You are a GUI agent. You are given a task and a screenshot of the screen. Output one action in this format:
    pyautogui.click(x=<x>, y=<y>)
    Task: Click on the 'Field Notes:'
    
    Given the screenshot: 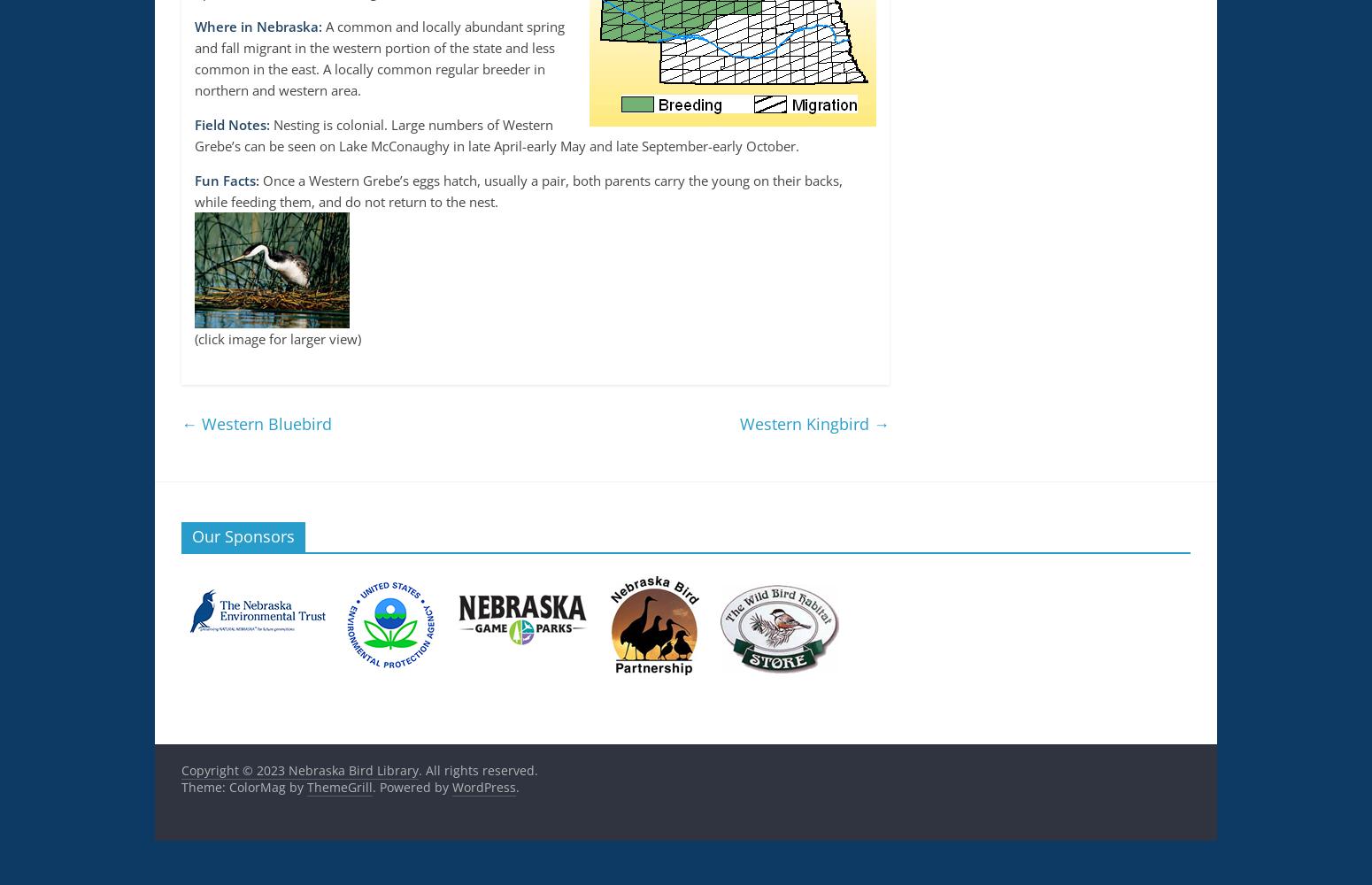 What is the action you would take?
    pyautogui.click(x=232, y=125)
    